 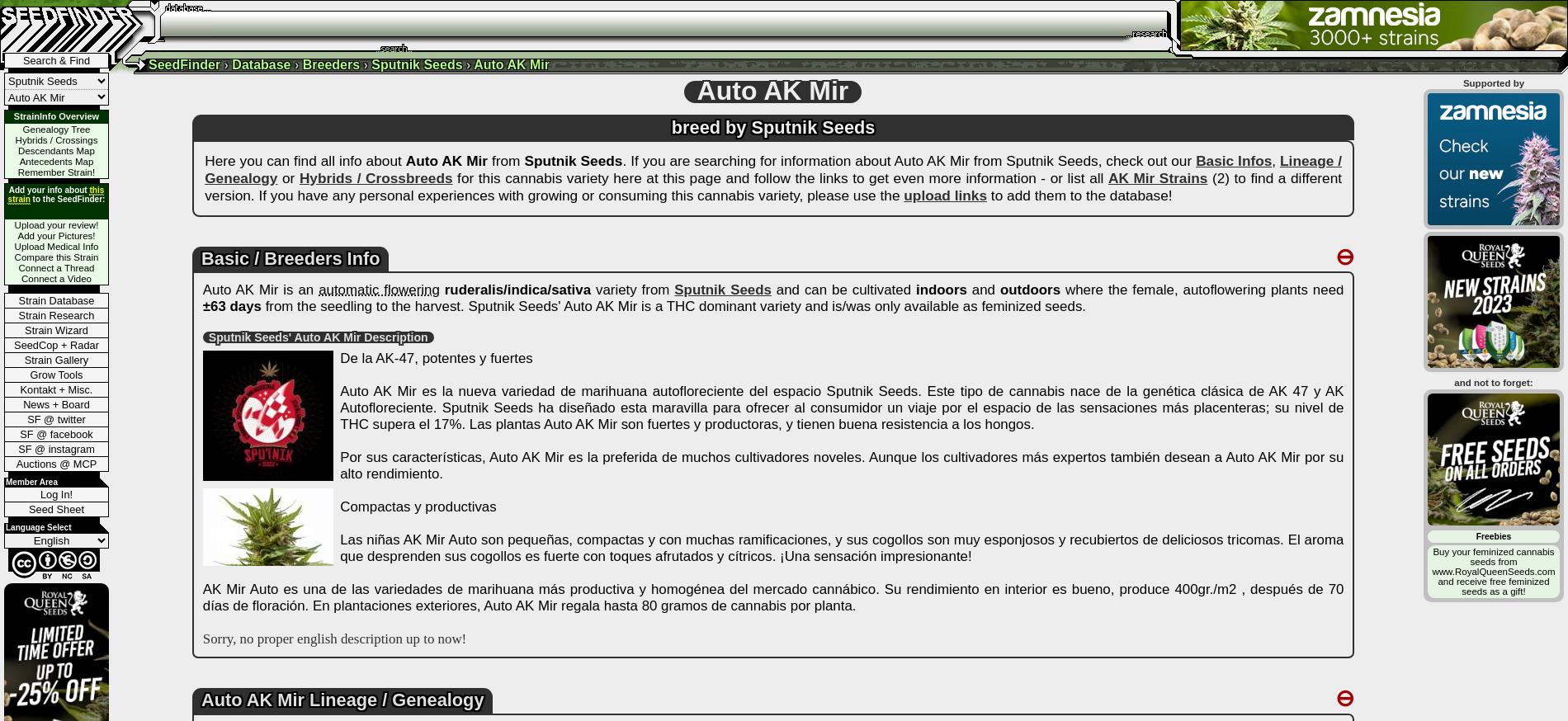 I want to click on 'from the seedling to the harvest.  Sputnik Seeds' Auto AK Mir', so click(x=451, y=305).